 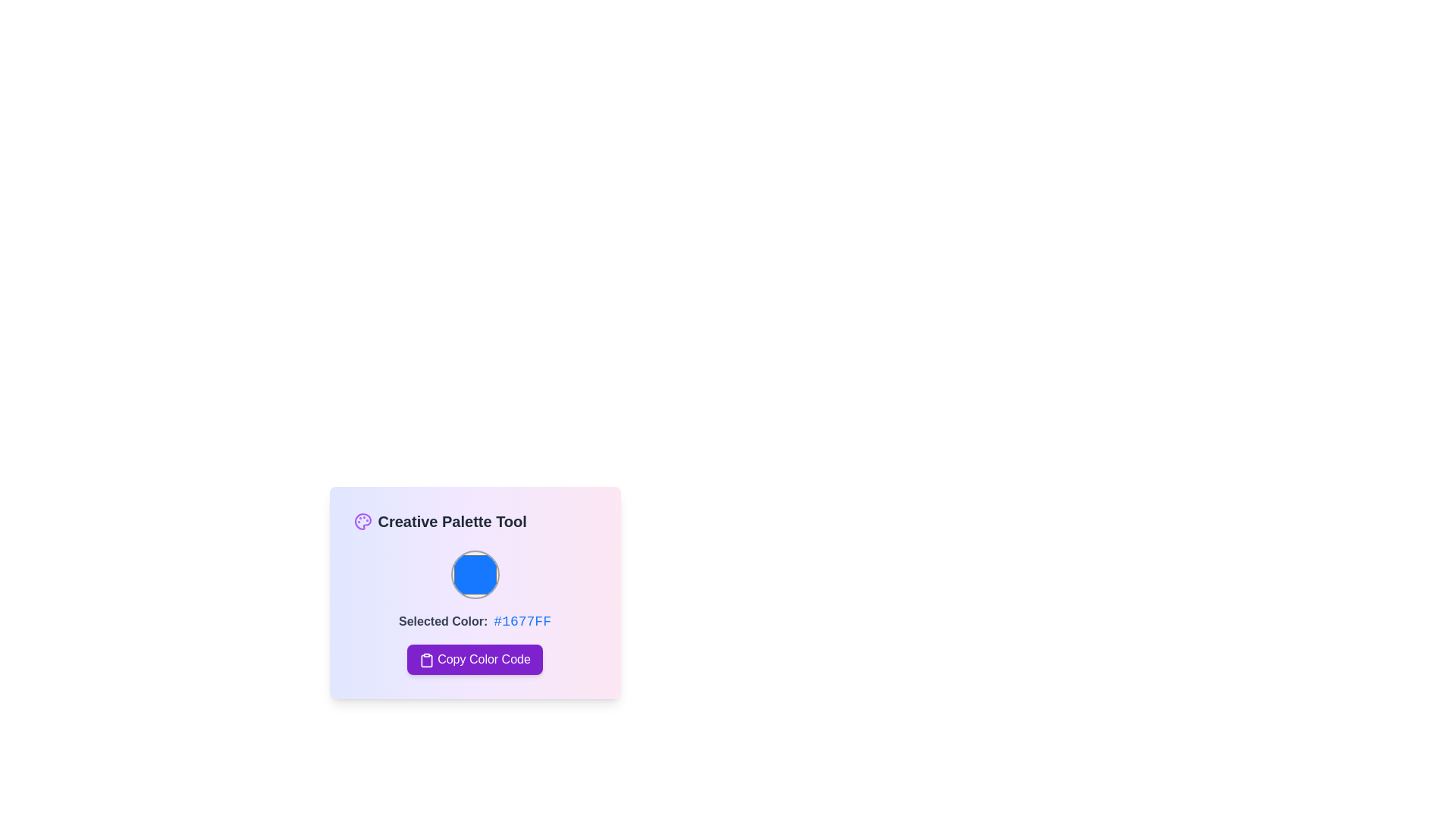 I want to click on the Text Display element that shows 'Selected Color:' followed by the color code '#1677FF', which is styled in bold gray and vibrant blue, positioned below the color preview and above the 'Copy Color Code' button, so click(x=474, y=622).